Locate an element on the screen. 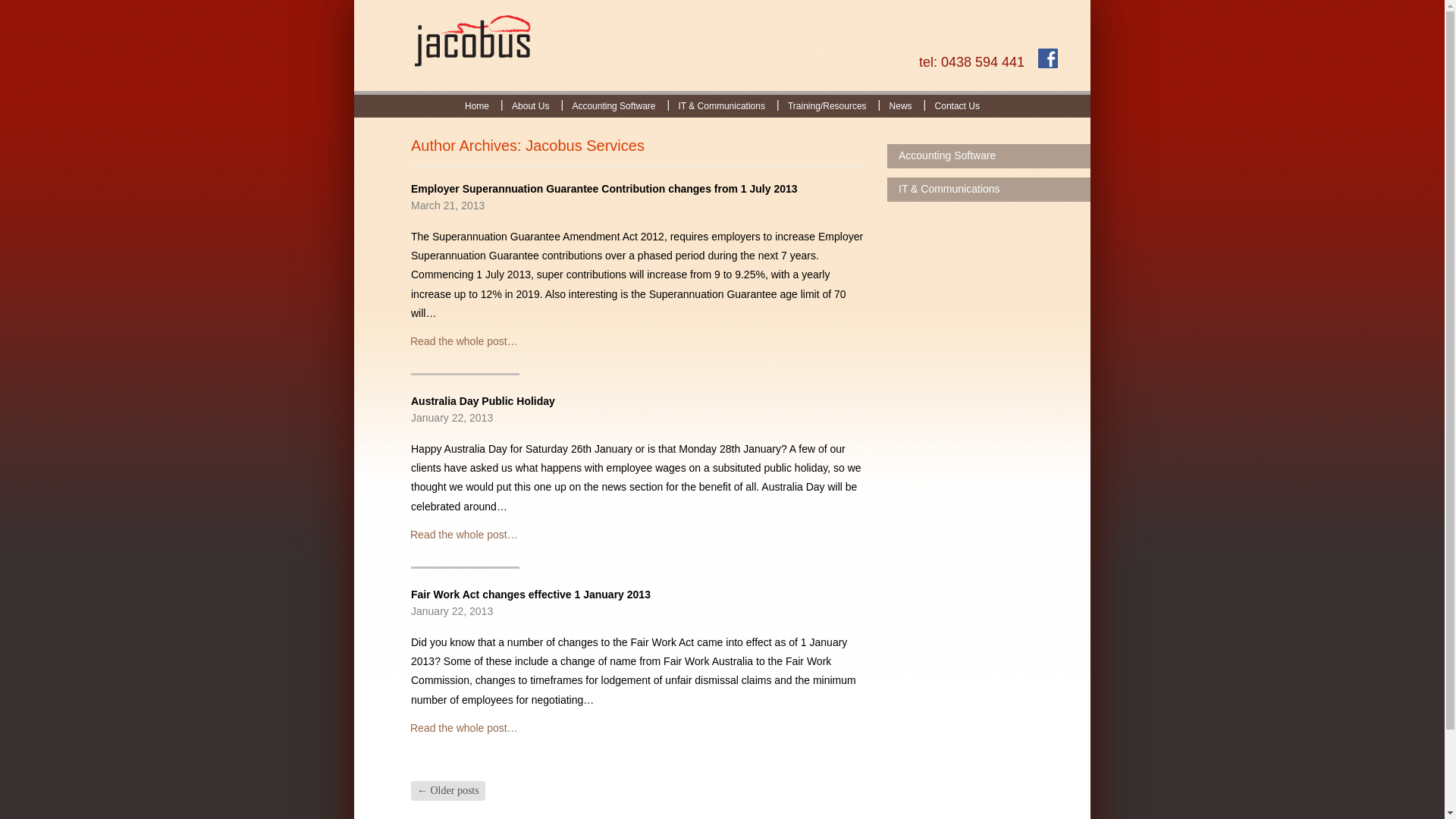  'IT & Communications' is located at coordinates (989, 189).